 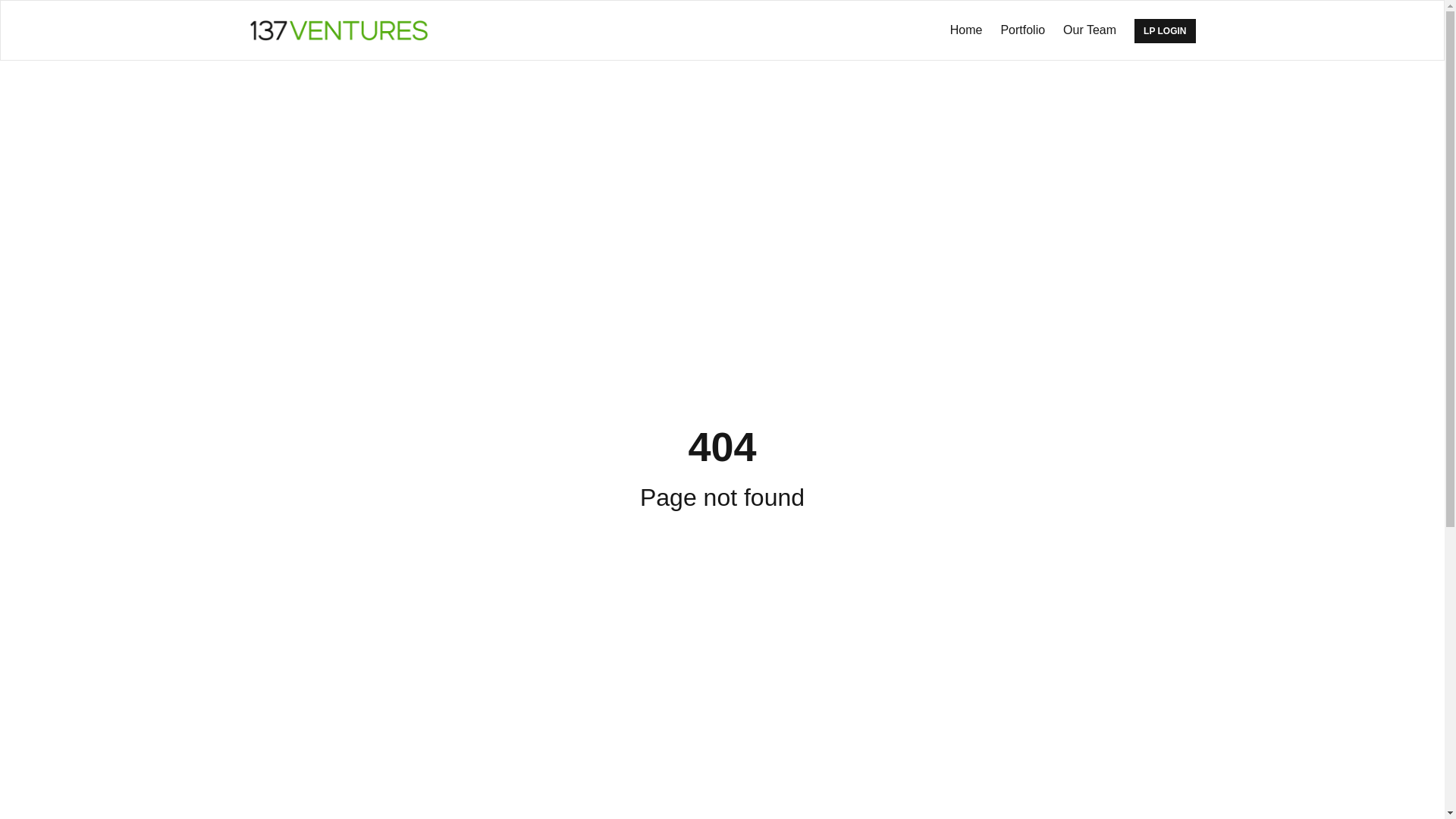 I want to click on 'Portfolio', so click(x=1022, y=30).